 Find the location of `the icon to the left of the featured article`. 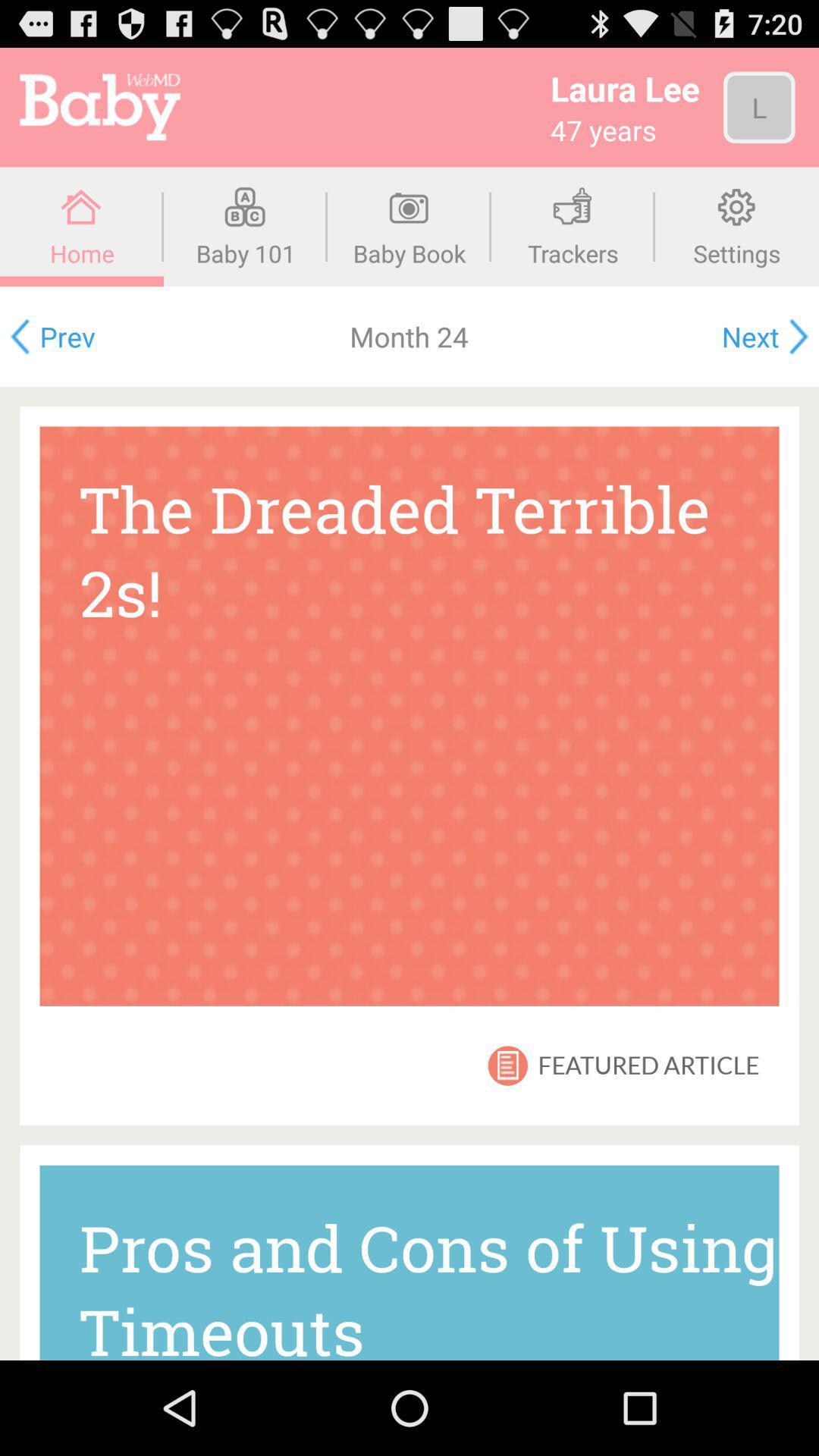

the icon to the left of the featured article is located at coordinates (507, 1065).